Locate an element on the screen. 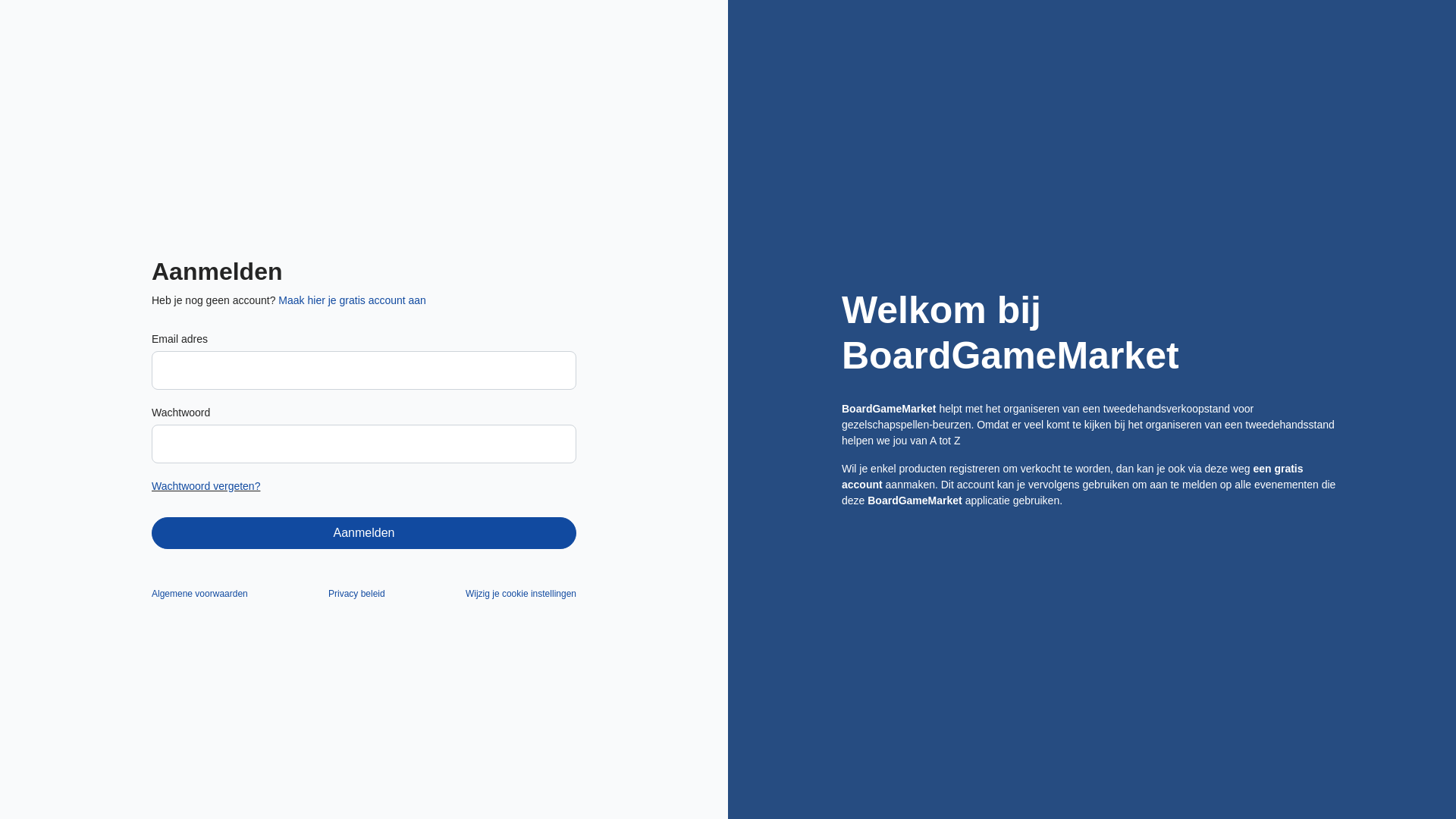  'Wijzig je cookie instellingen' is located at coordinates (520, 593).